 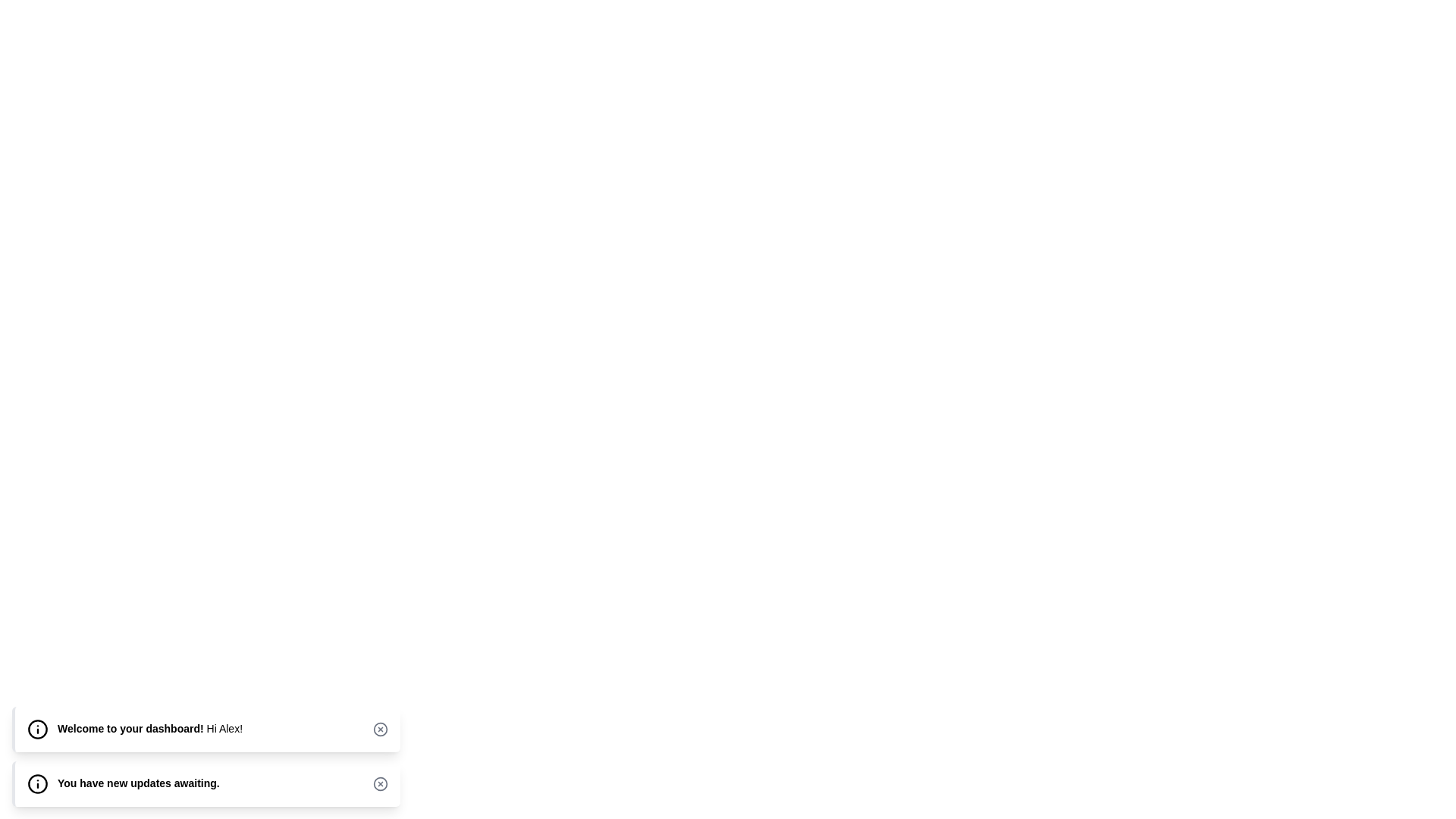 What do you see at coordinates (381, 783) in the screenshot?
I see `the small gray circular button with a cross mark inside, positioned at the far right of the notification card` at bounding box center [381, 783].